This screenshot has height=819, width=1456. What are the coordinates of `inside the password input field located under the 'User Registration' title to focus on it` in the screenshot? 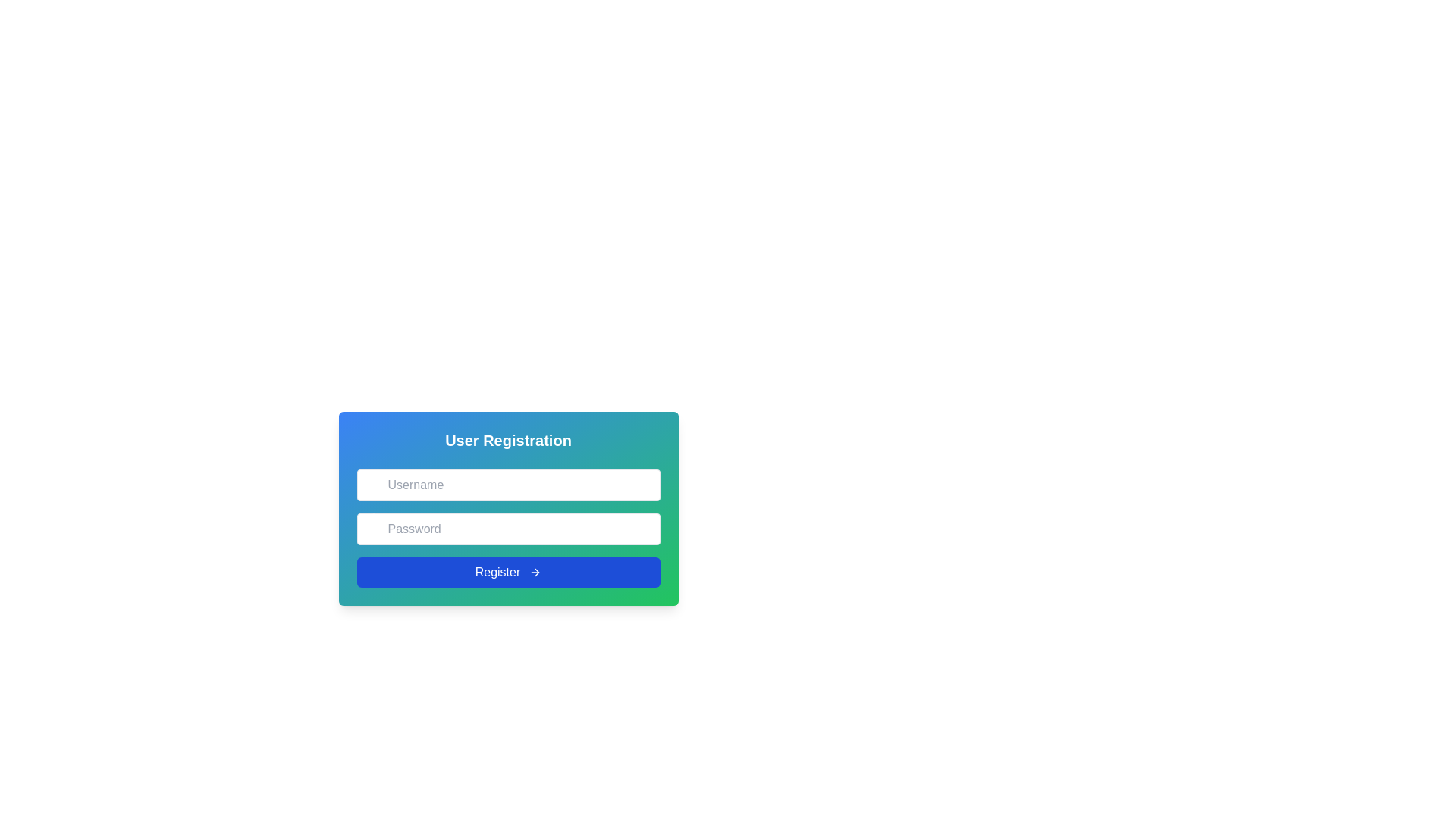 It's located at (508, 529).